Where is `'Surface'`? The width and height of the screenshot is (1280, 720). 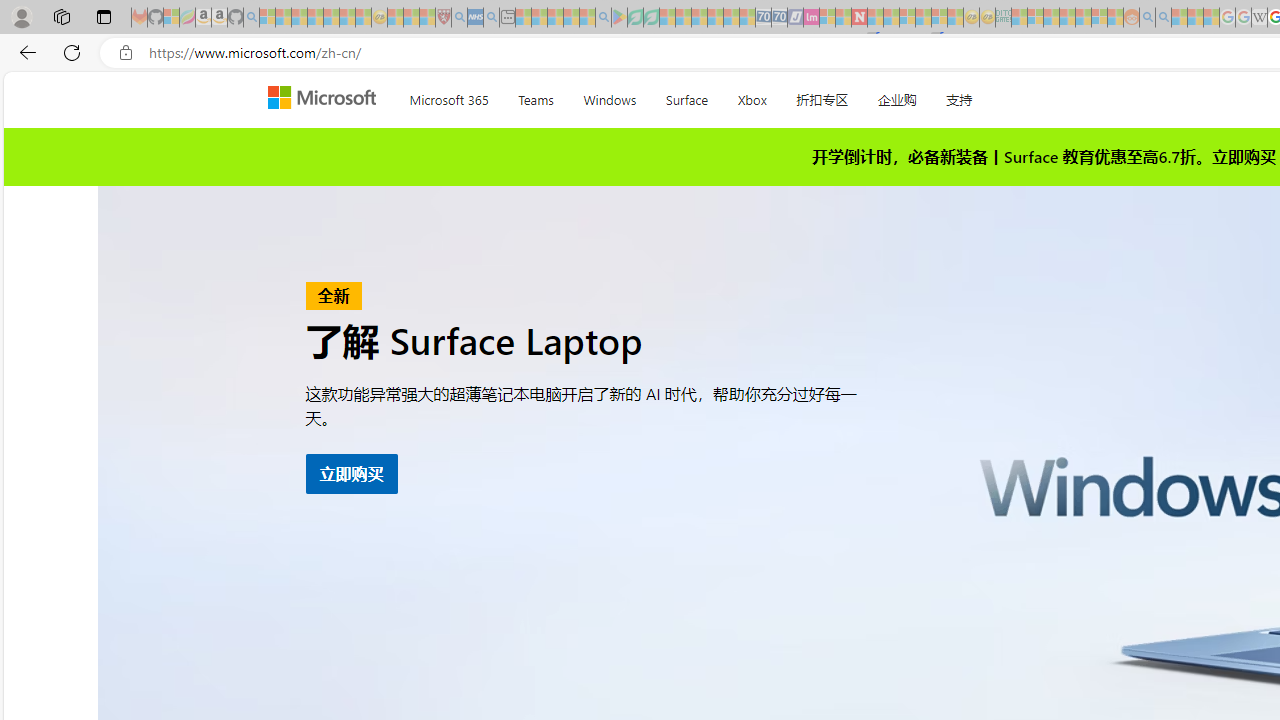
'Surface' is located at coordinates (686, 96).